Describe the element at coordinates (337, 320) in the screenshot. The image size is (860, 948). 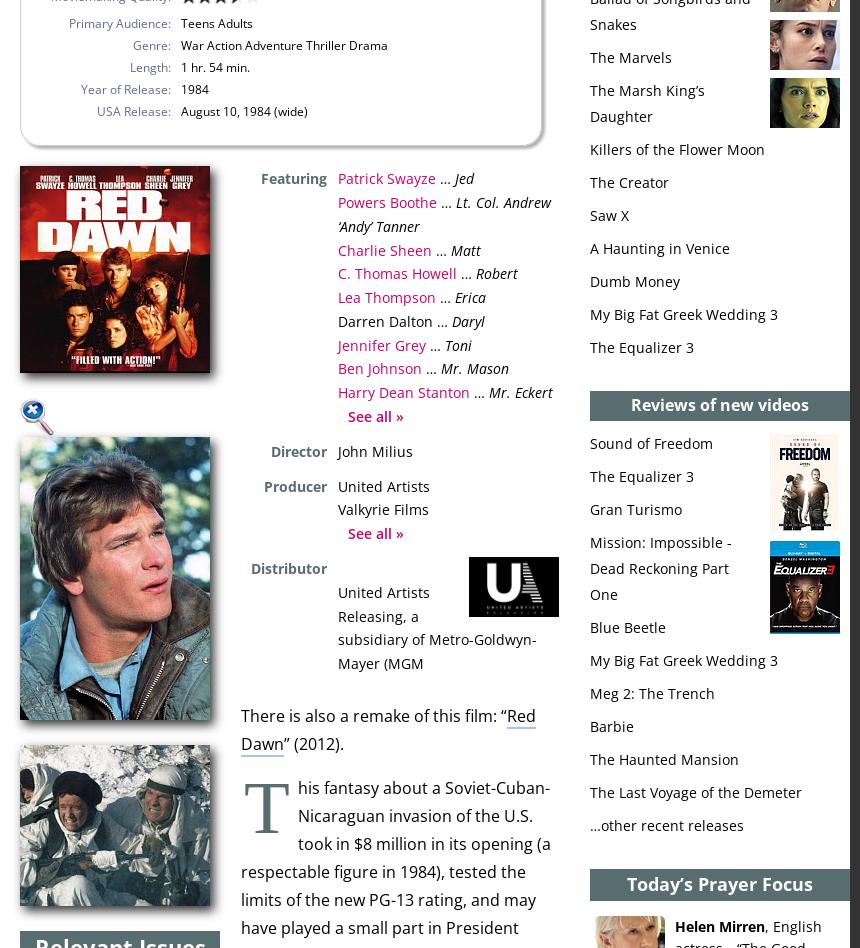
I see `'Darren Dalton …'` at that location.